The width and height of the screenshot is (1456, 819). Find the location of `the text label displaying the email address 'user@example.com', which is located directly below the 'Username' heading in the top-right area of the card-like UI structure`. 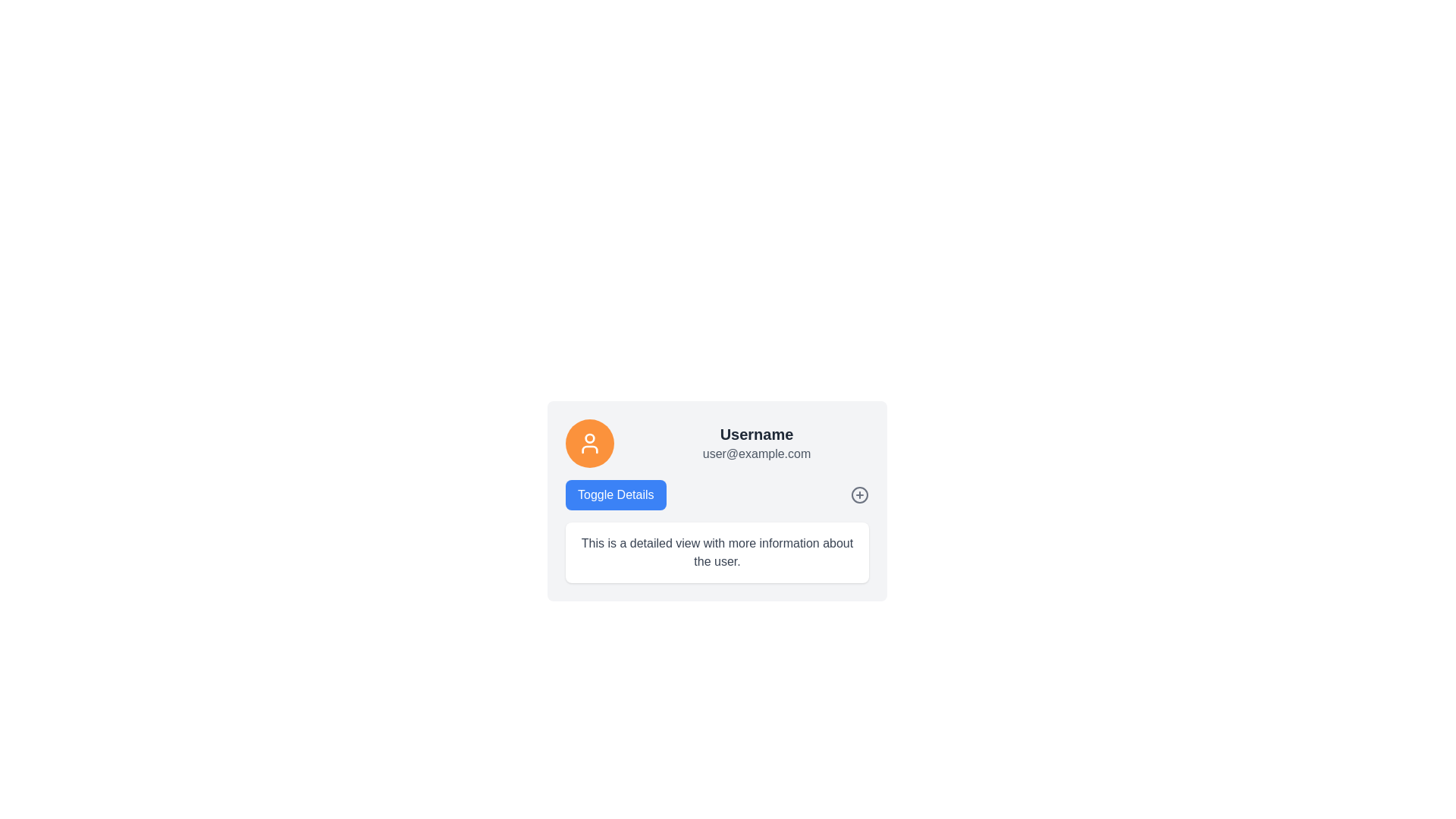

the text label displaying the email address 'user@example.com', which is located directly below the 'Username' heading in the top-right area of the card-like UI structure is located at coordinates (757, 453).